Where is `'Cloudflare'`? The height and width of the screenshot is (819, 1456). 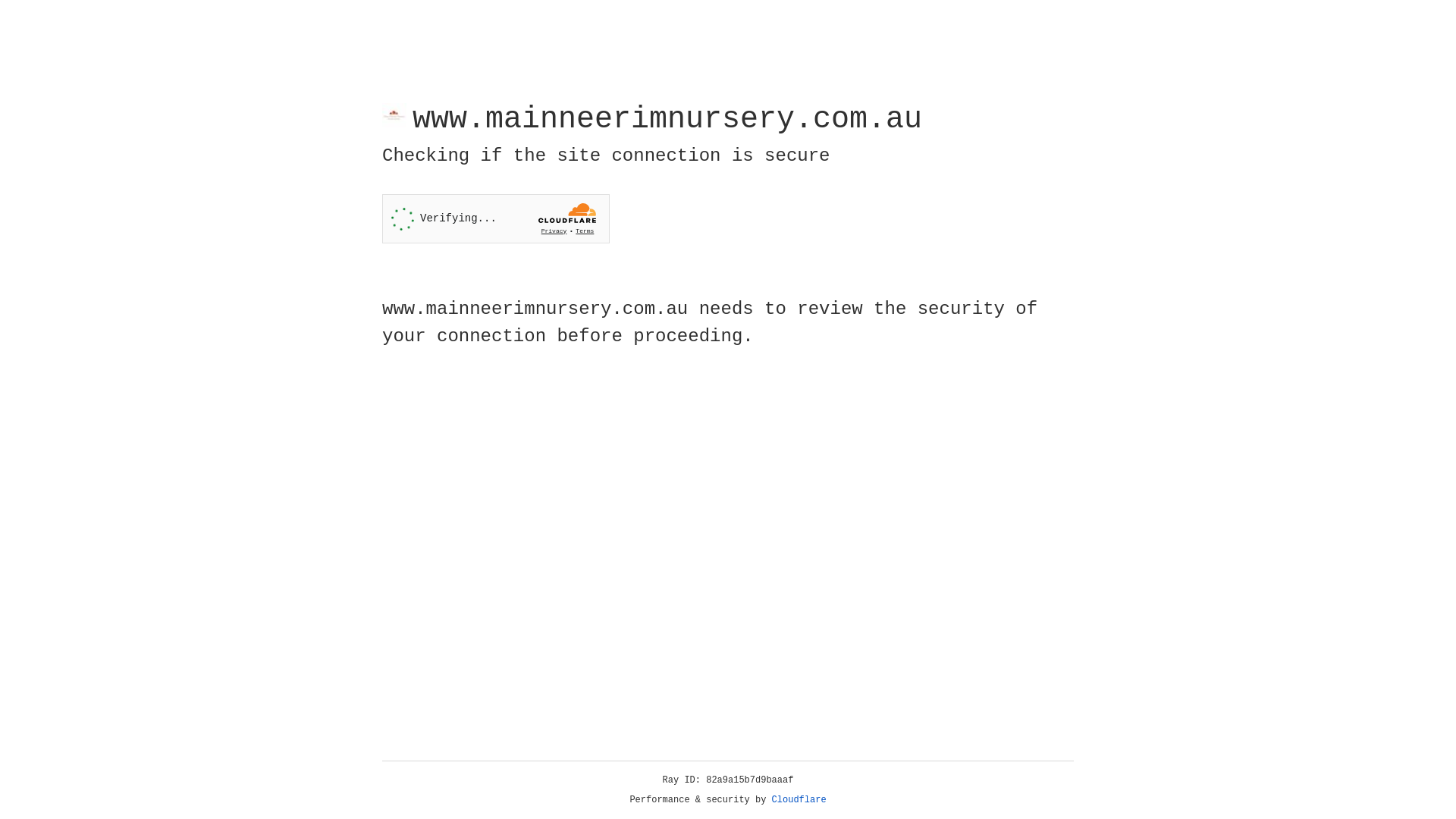
'Cloudflare' is located at coordinates (799, 799).